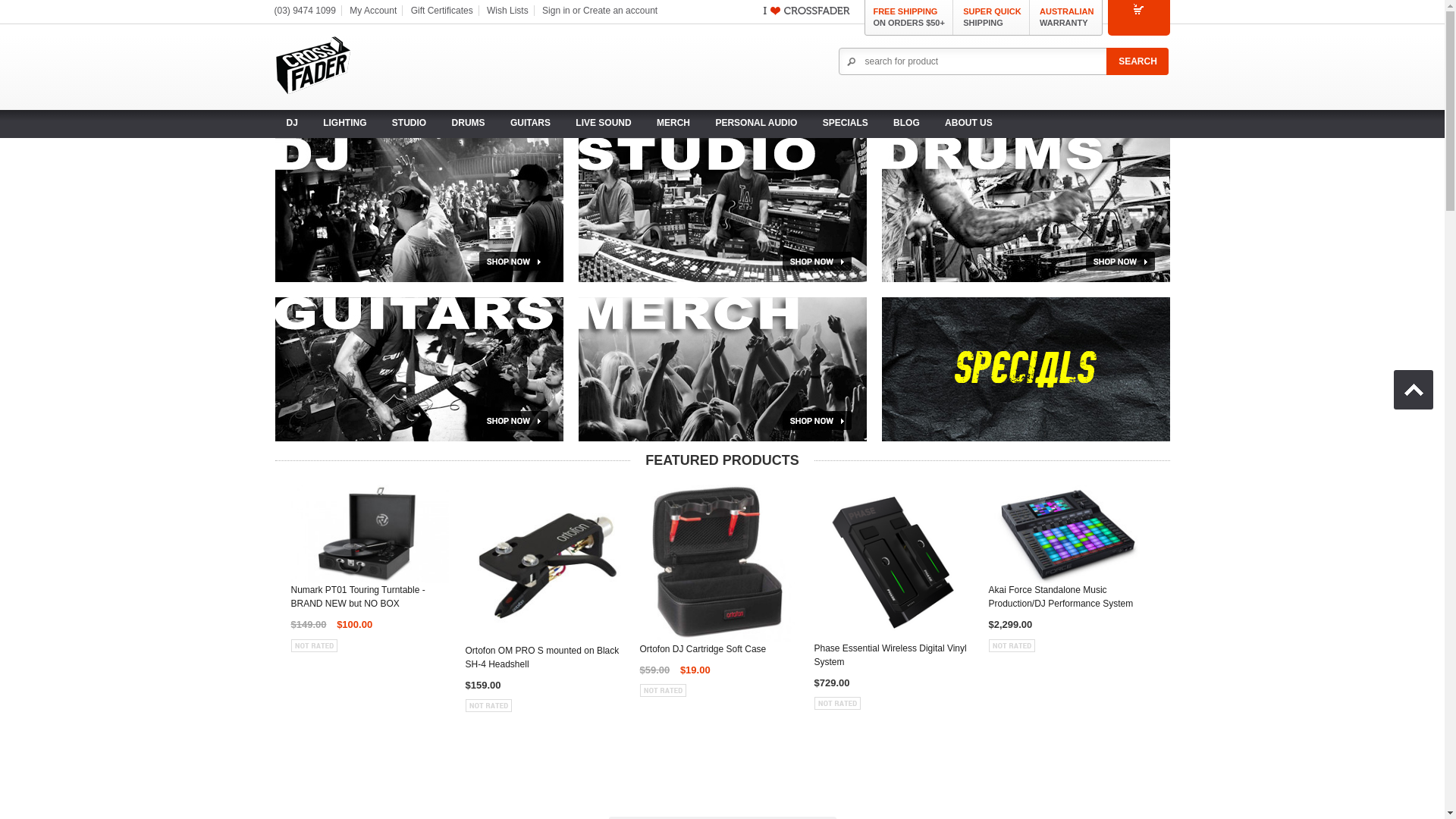 This screenshot has height=819, width=1456. Describe the element at coordinates (291, 122) in the screenshot. I see `'DJ'` at that location.